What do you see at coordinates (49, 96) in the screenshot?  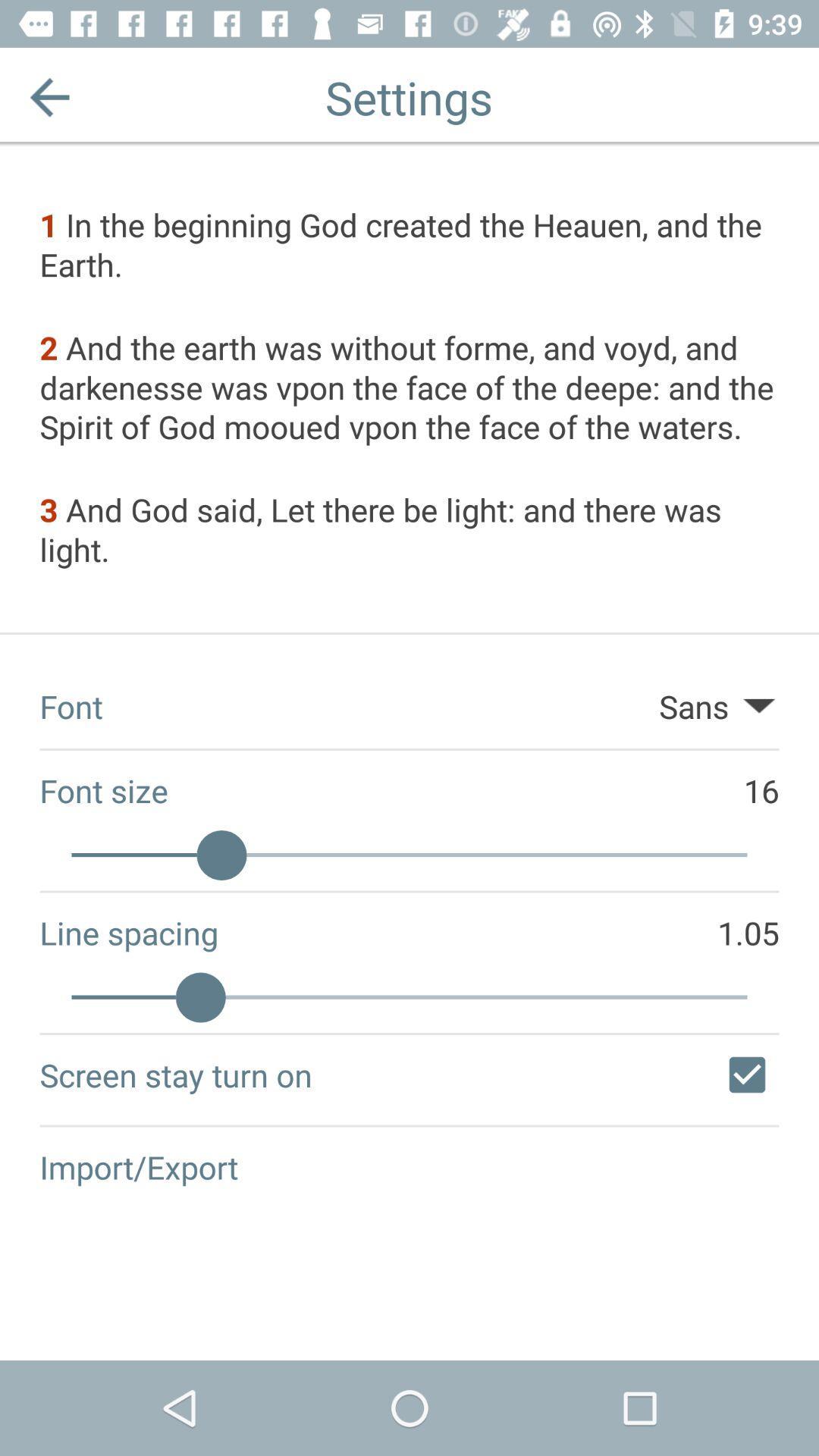 I see `the app above the 1 in the` at bounding box center [49, 96].